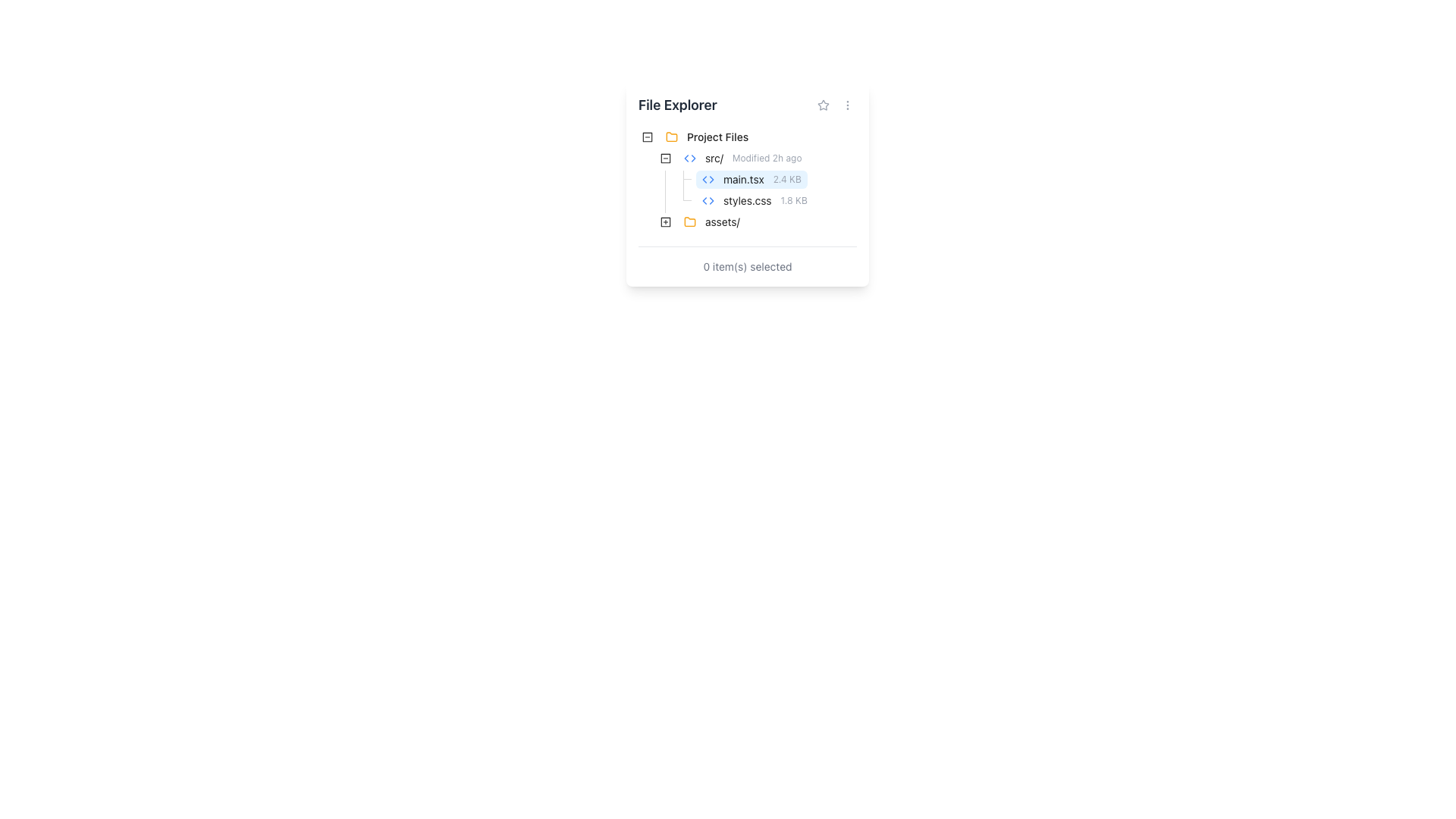 The image size is (1456, 819). I want to click on the star icon located in the top-right corner of the file explorer widget, which likely serves as a favorite or status indicator, so click(822, 104).